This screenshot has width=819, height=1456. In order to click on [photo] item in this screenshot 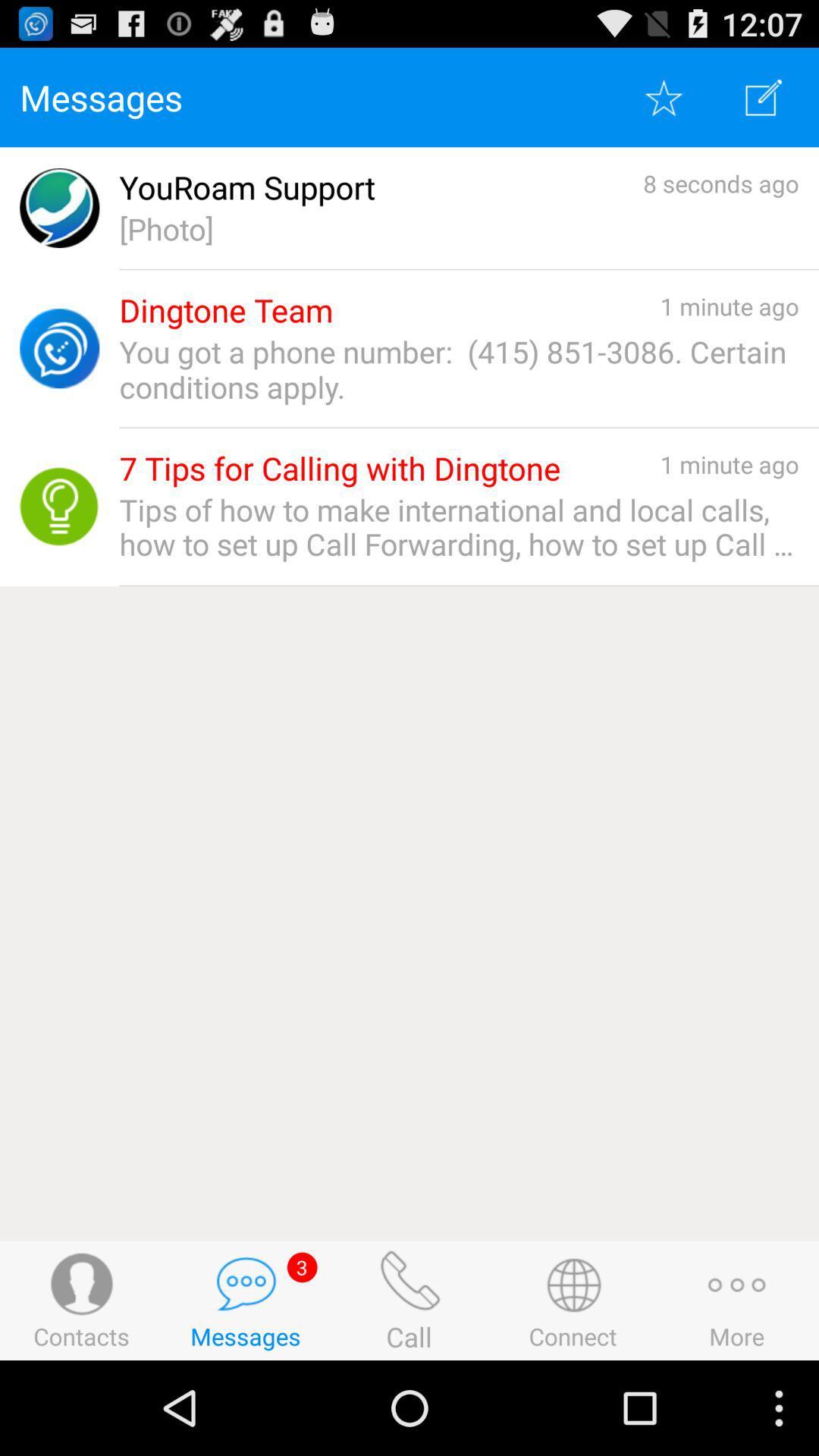, I will do `click(458, 227)`.